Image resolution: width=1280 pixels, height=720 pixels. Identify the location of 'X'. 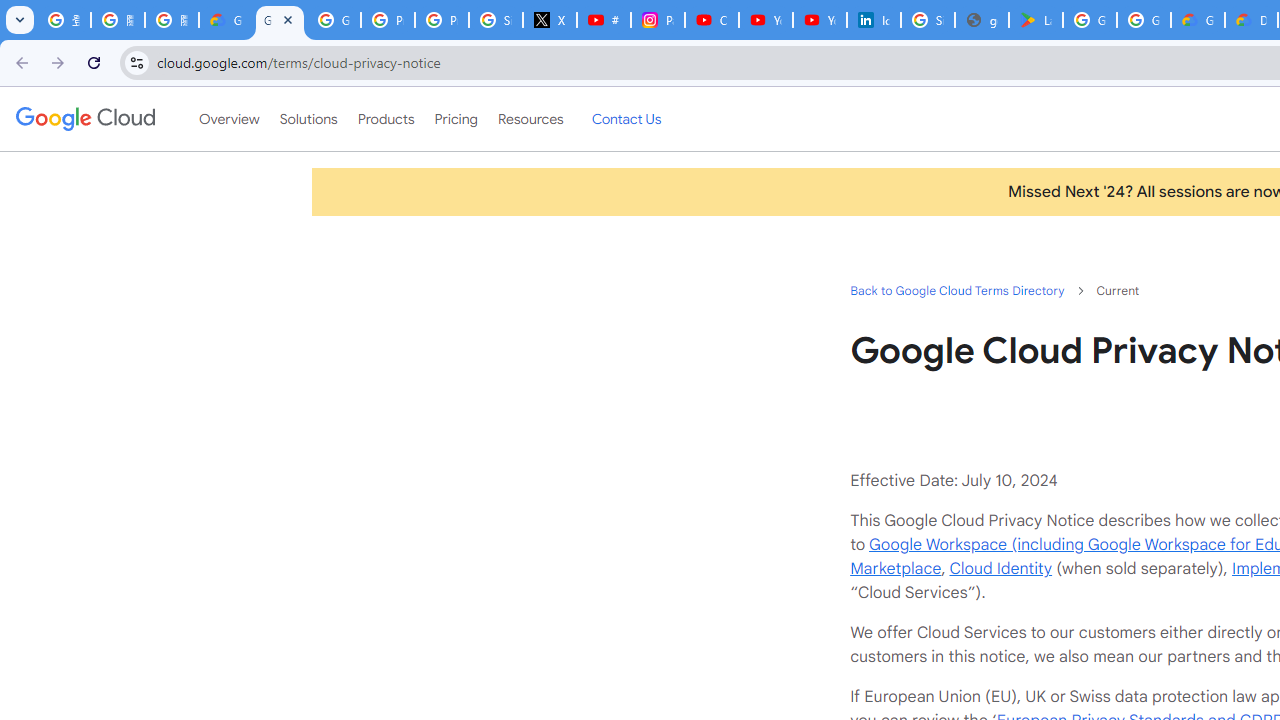
(550, 20).